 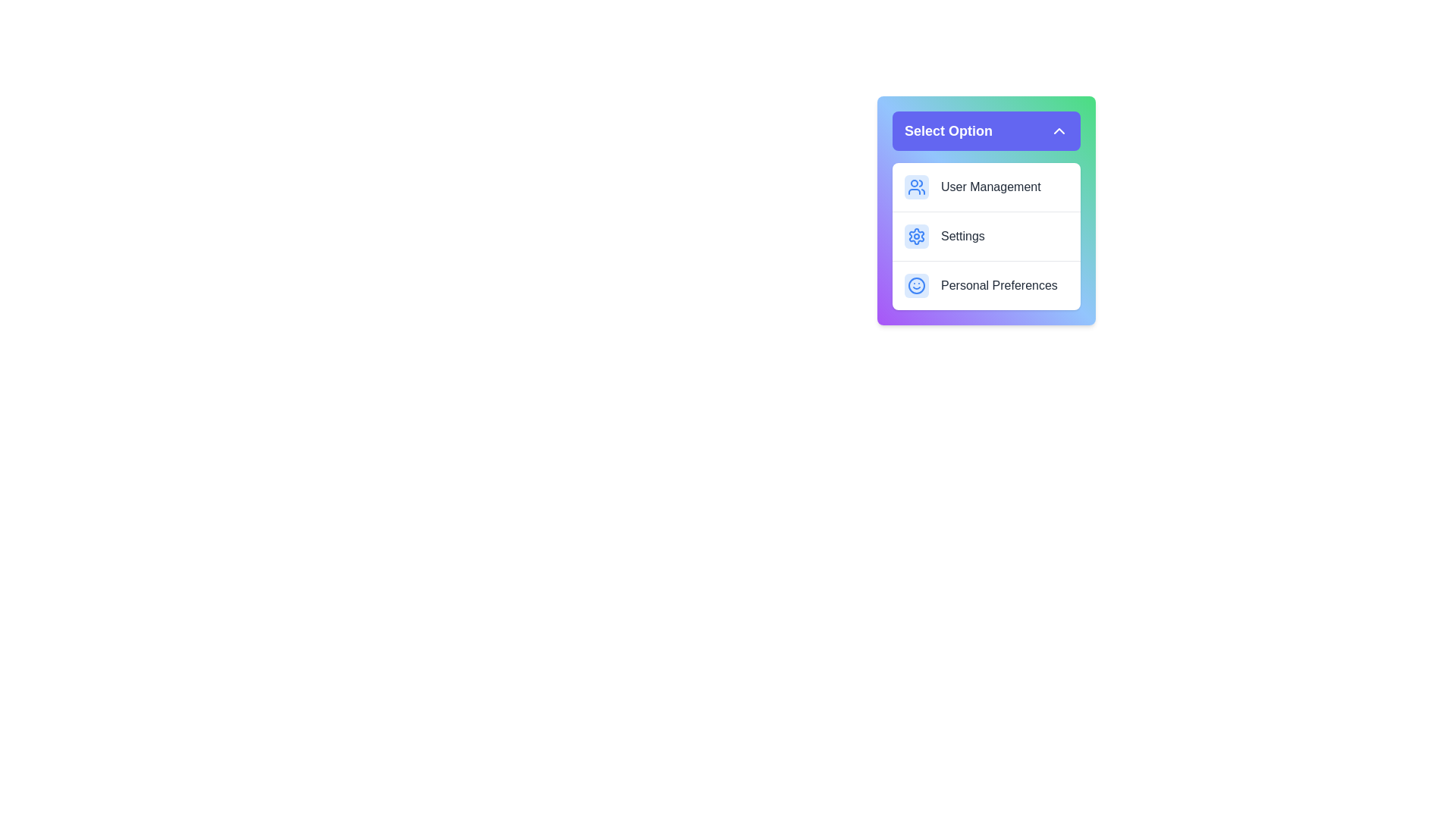 What do you see at coordinates (999, 286) in the screenshot?
I see `text of the 'Personal Preferences' label, which is a medium-weight, gray-colored text in a base-sized font located in a vertical menu list inside a floating panel` at bounding box center [999, 286].